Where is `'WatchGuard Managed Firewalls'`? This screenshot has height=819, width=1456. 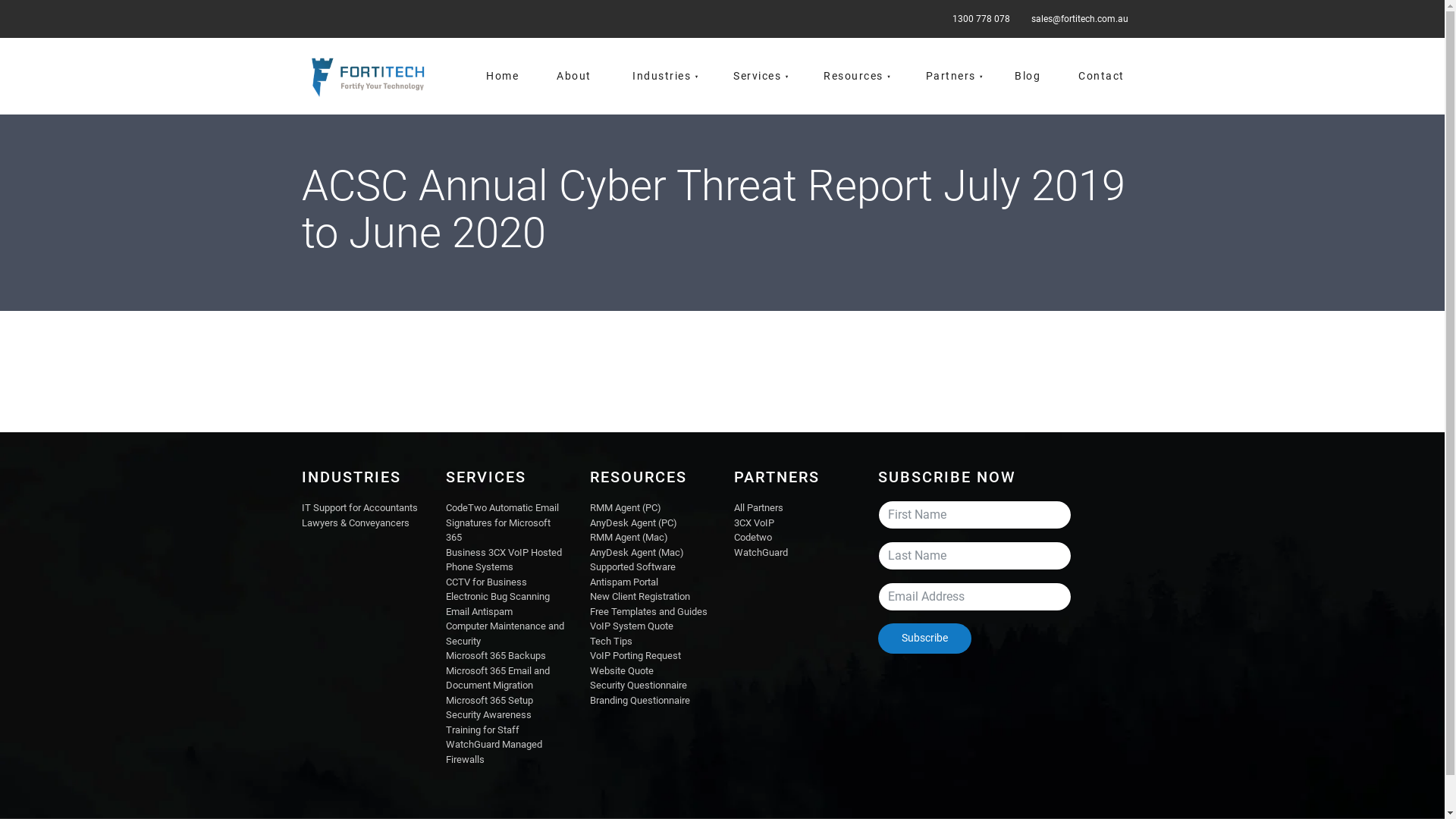
'WatchGuard Managed Firewalls' is located at coordinates (494, 752).